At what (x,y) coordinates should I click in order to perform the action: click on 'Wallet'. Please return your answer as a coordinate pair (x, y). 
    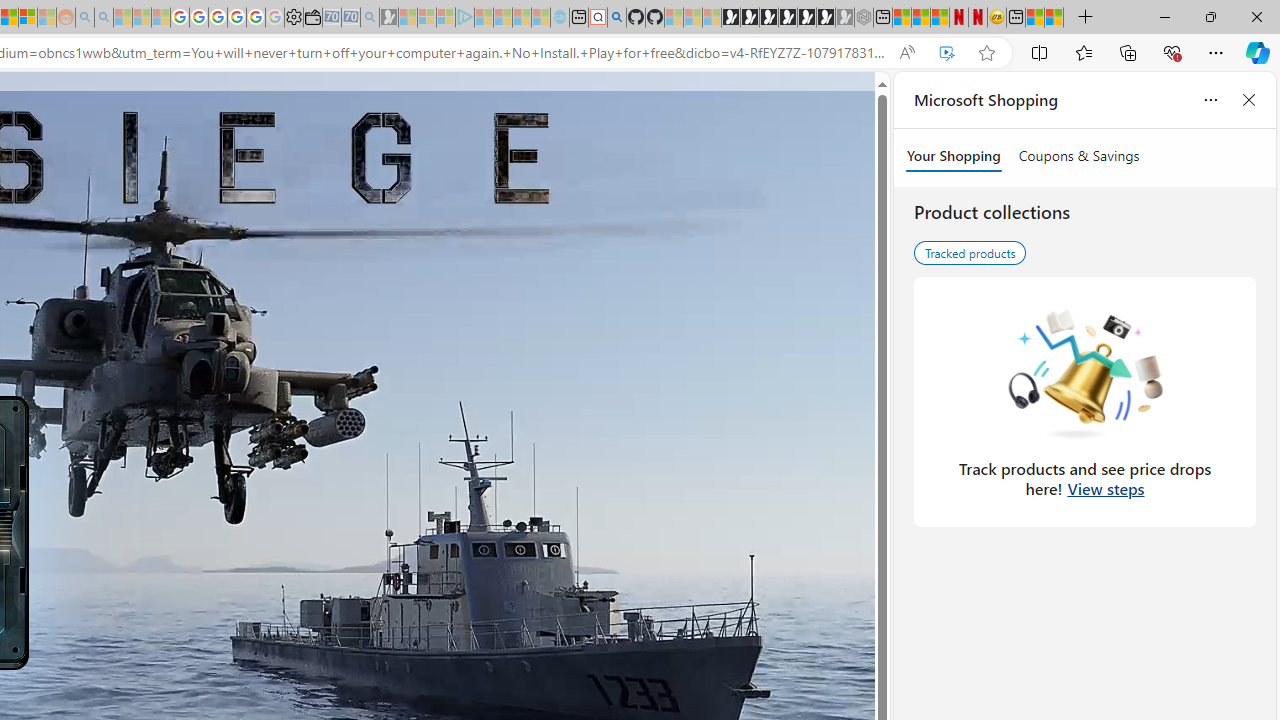
    Looking at the image, I should click on (311, 17).